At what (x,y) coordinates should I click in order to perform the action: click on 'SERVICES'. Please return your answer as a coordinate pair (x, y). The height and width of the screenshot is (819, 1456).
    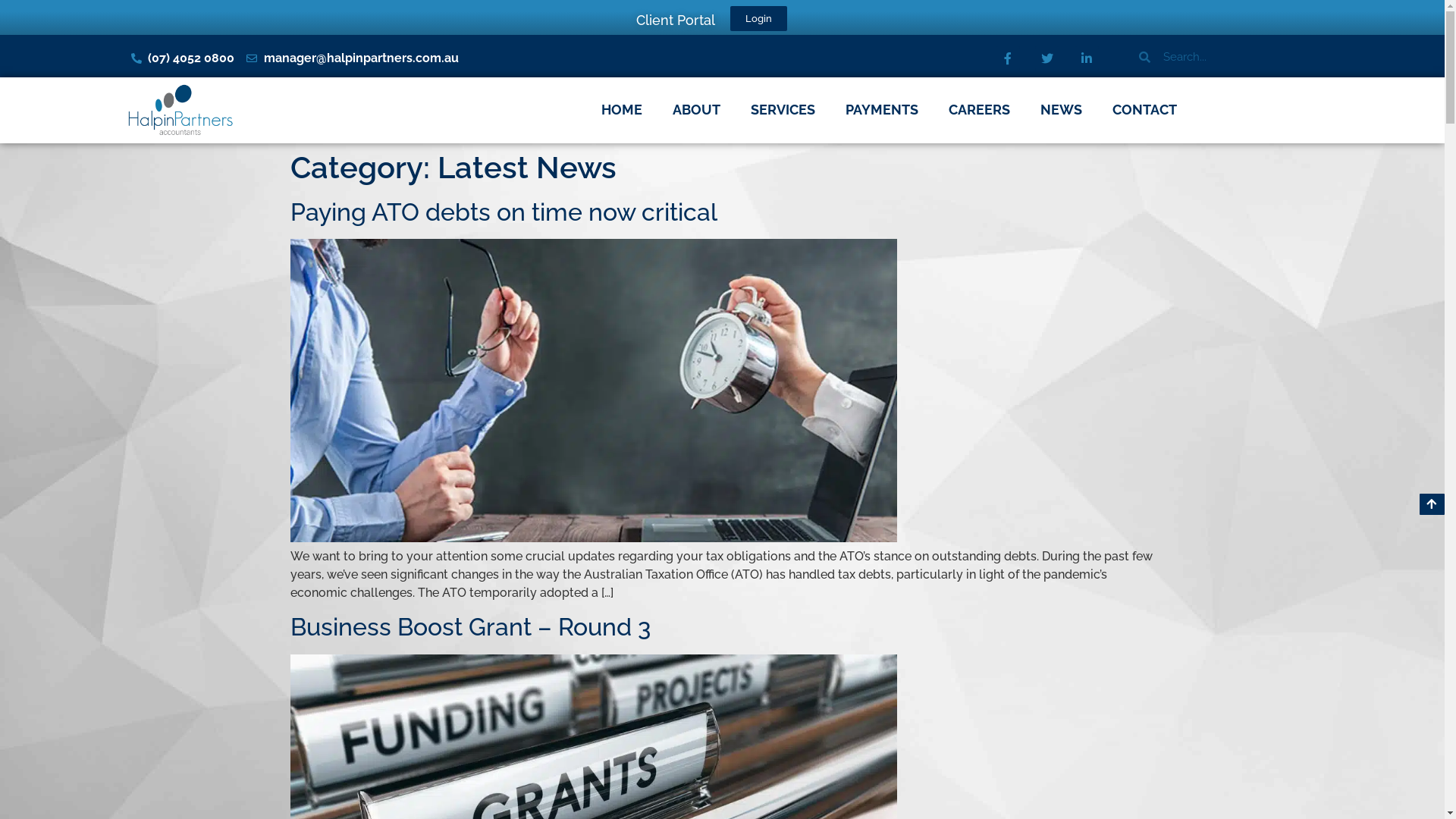
    Looking at the image, I should click on (783, 109).